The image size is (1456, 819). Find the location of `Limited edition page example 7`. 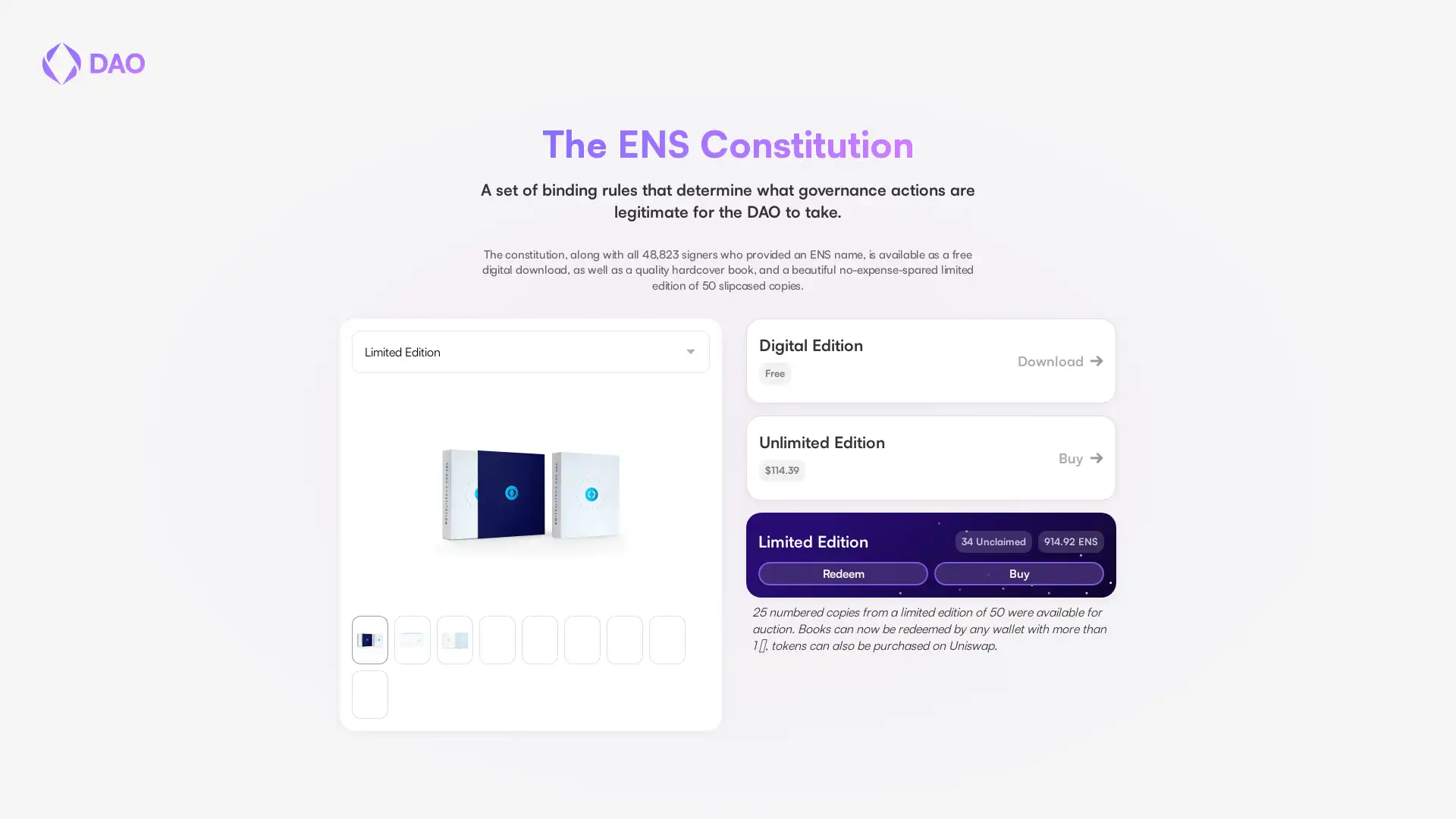

Limited edition page example 7 is located at coordinates (370, 693).